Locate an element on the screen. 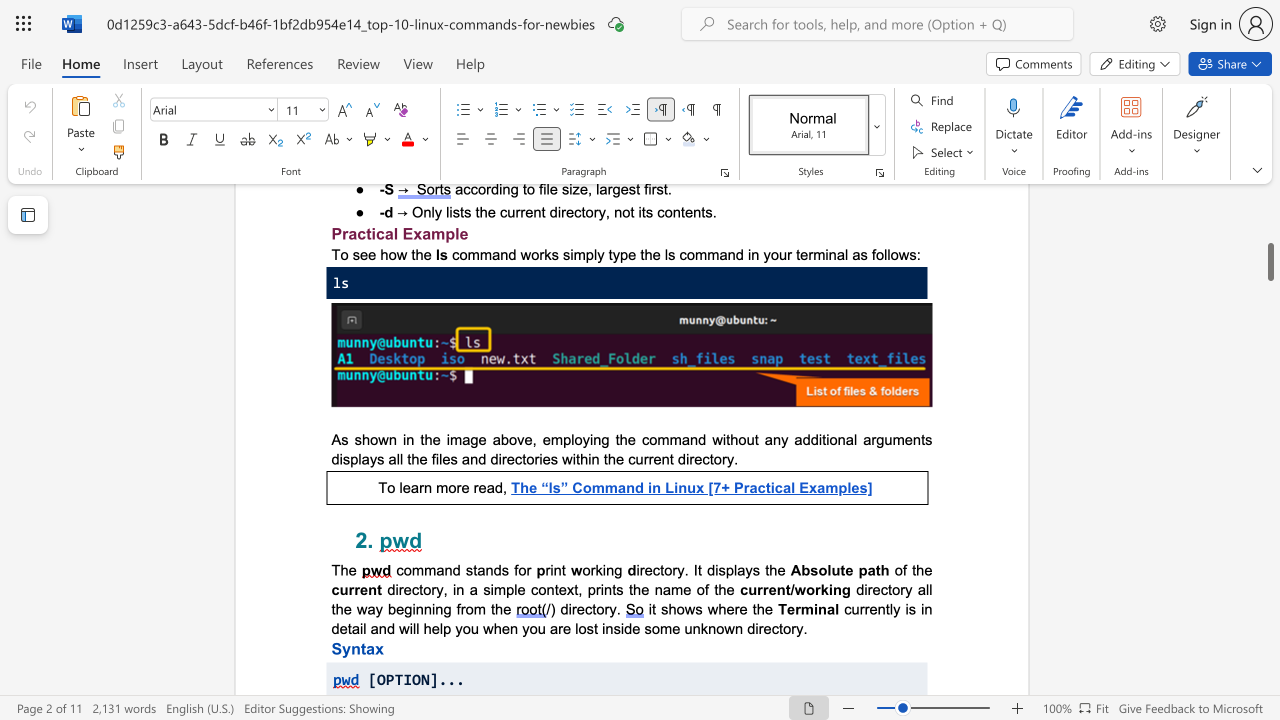 The width and height of the screenshot is (1280, 720). the subset text "me unknown" within the text "currently is in detail and will help you when you are lost inside some unknown directory." is located at coordinates (659, 627).